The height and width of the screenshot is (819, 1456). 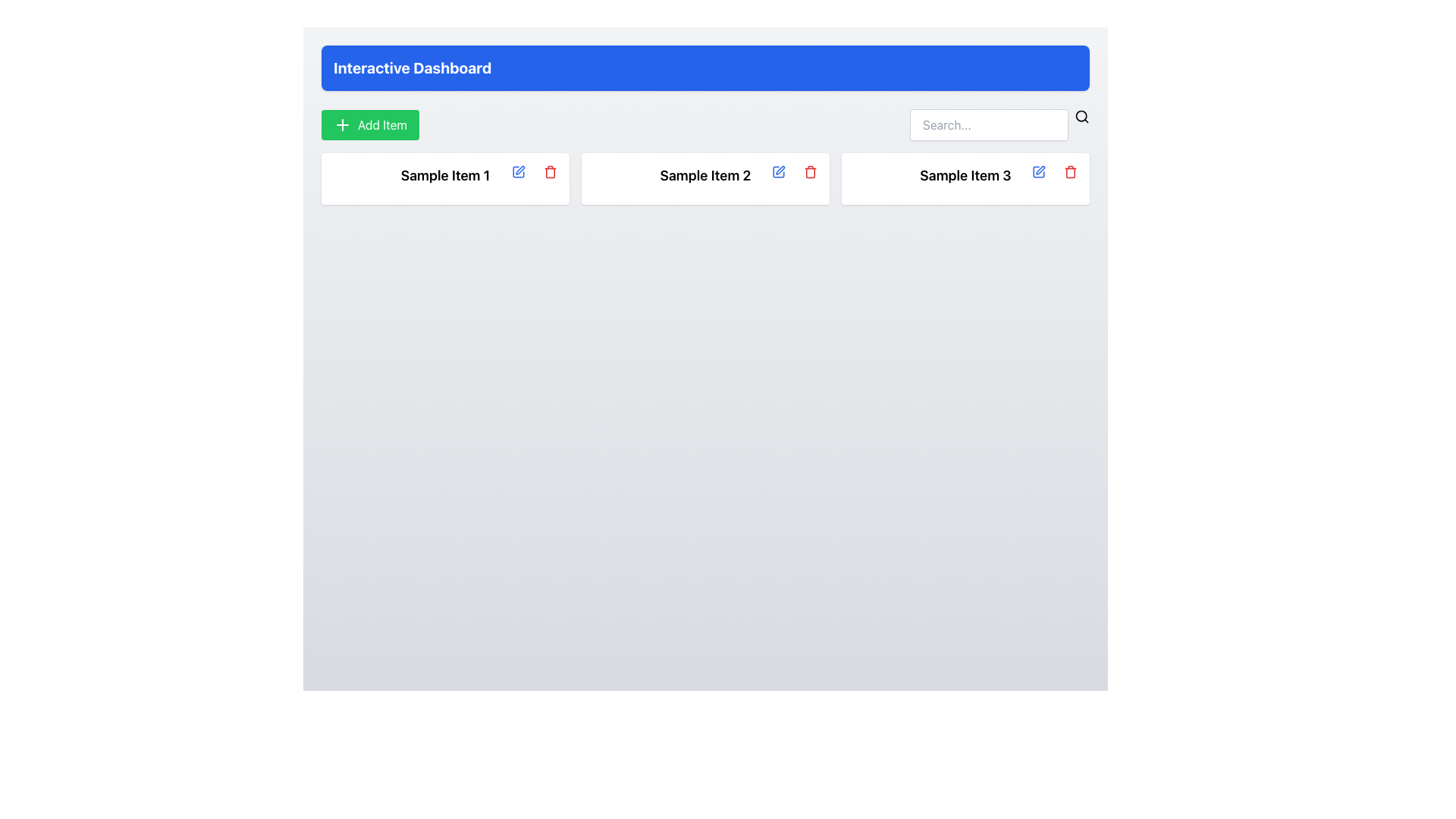 What do you see at coordinates (1081, 116) in the screenshot?
I see `the search icon located to the right of the 'Search...' input field to provide interaction feedback` at bounding box center [1081, 116].